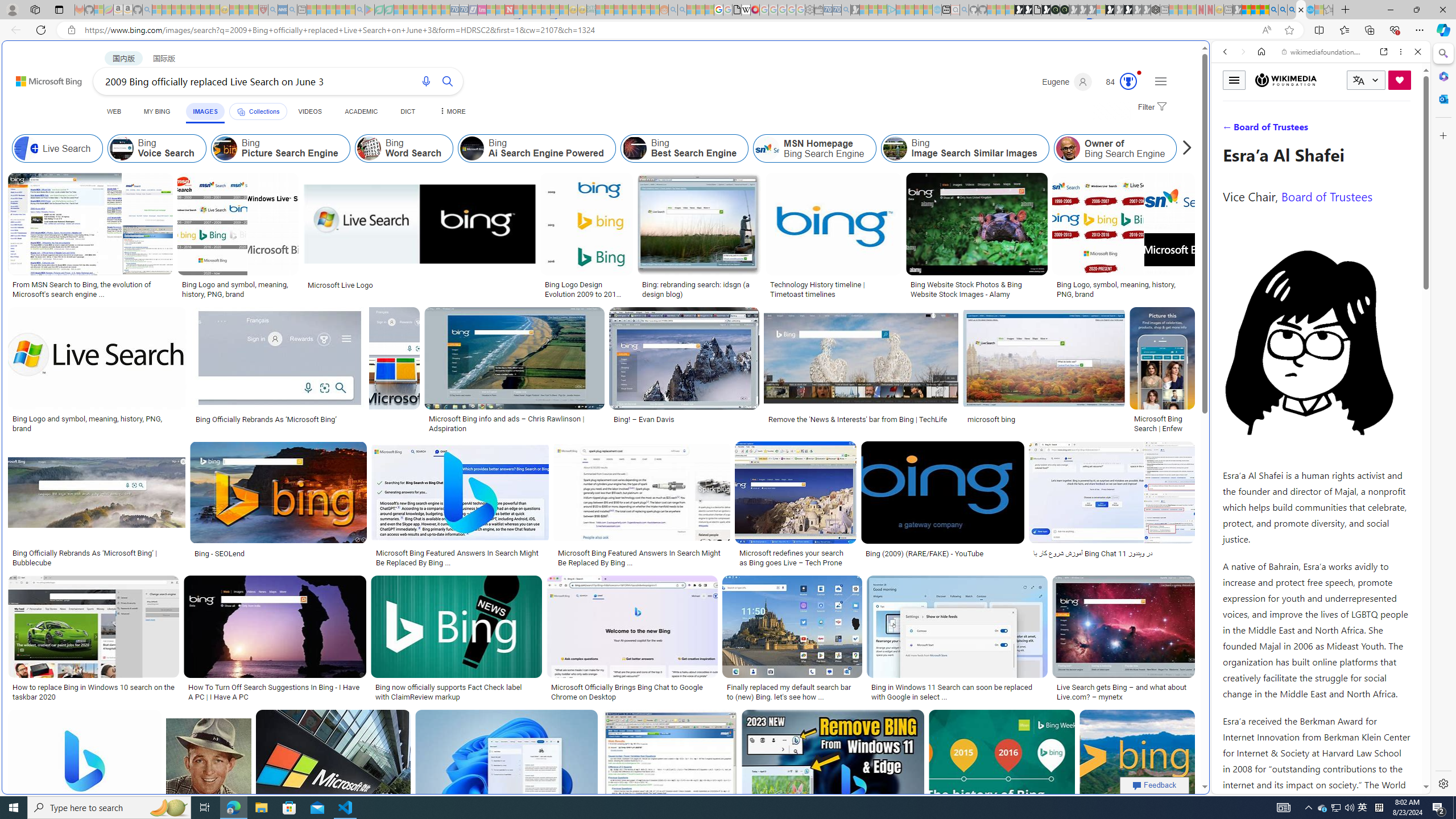 The image size is (1456, 819). What do you see at coordinates (360, 111) in the screenshot?
I see `'ACADEMIC'` at bounding box center [360, 111].